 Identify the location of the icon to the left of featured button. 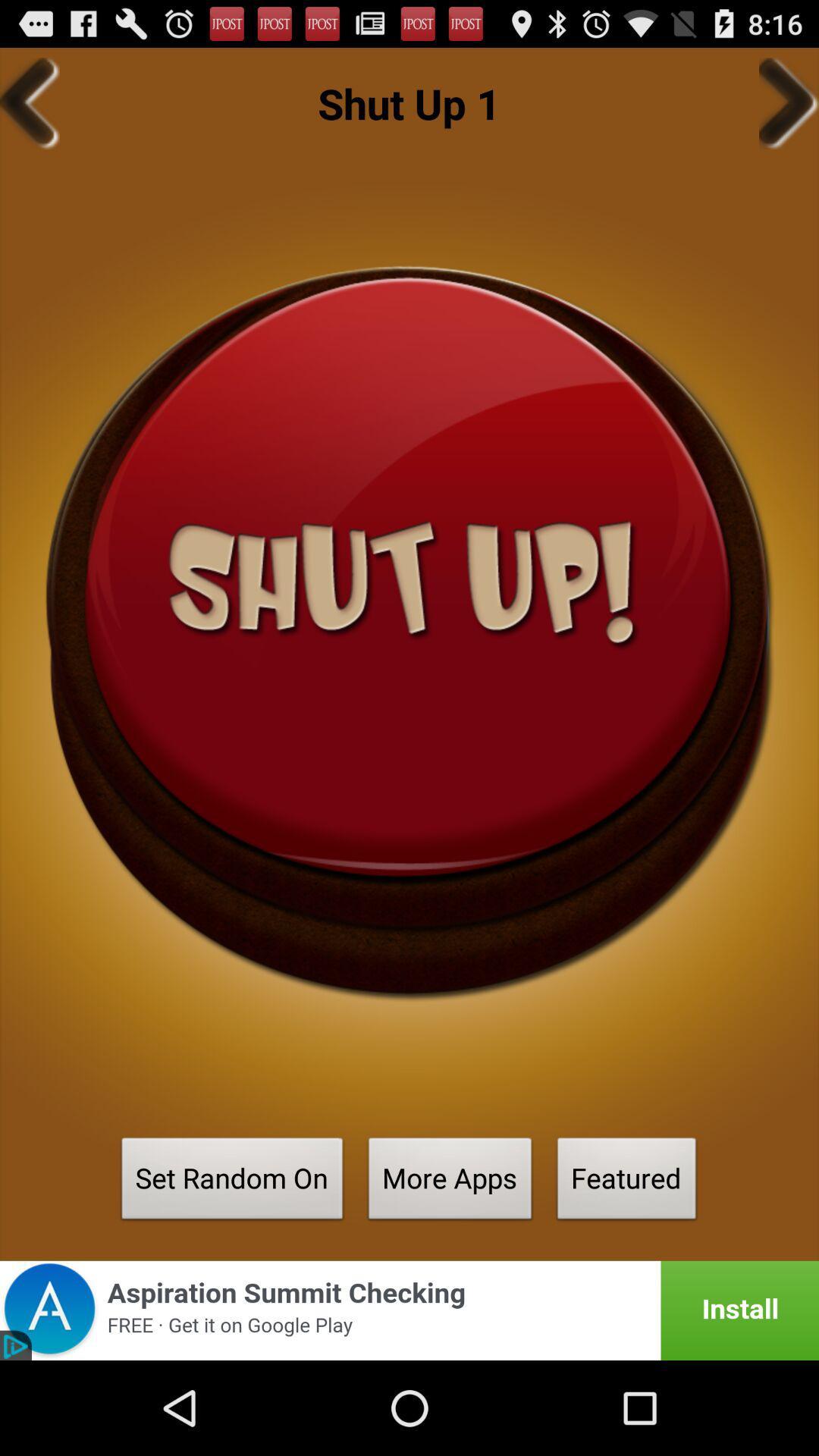
(450, 1182).